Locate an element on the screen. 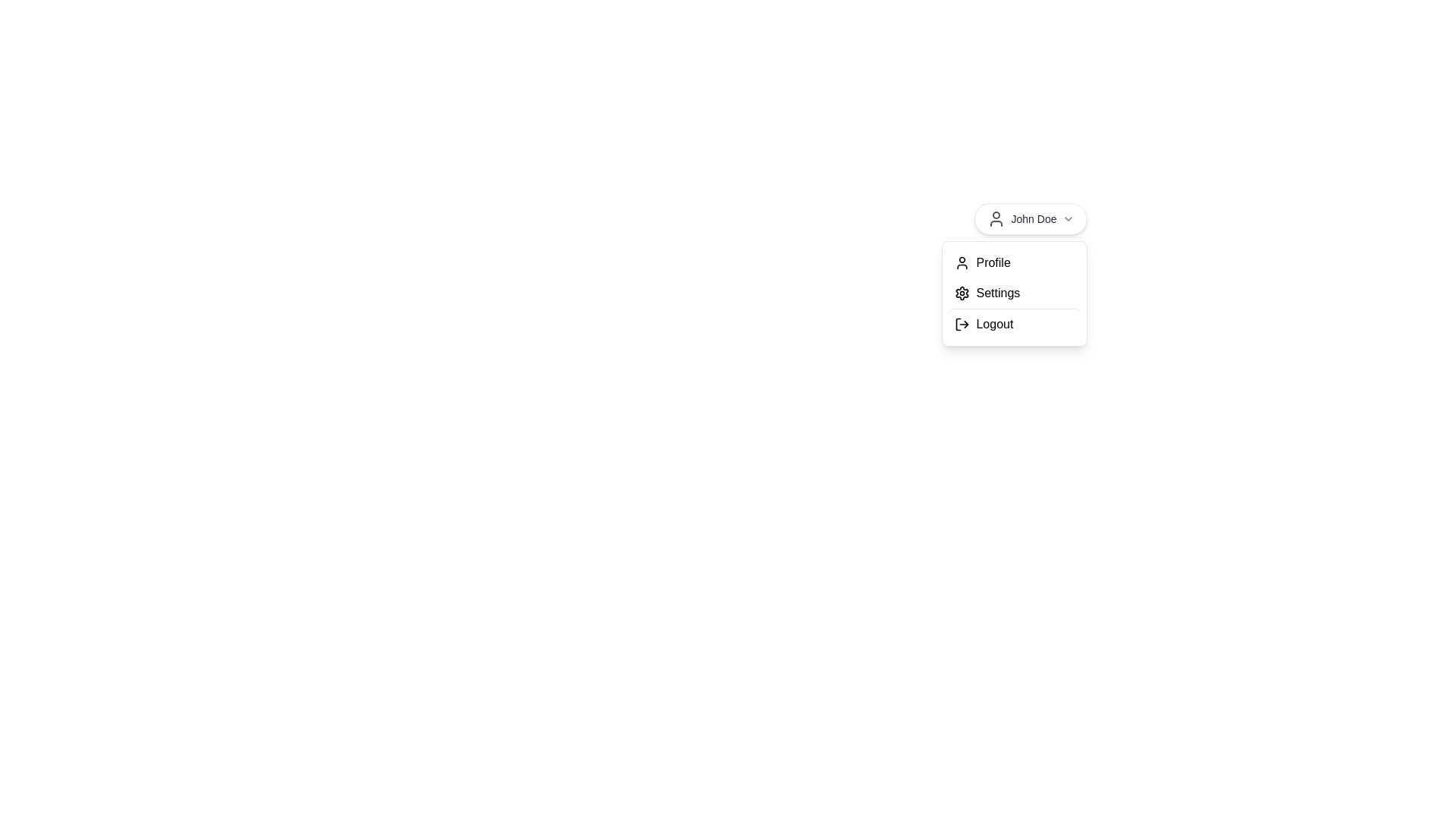 The height and width of the screenshot is (819, 1456). the 'Settings' menu item located in the vertical dropdown menu is located at coordinates (1015, 293).